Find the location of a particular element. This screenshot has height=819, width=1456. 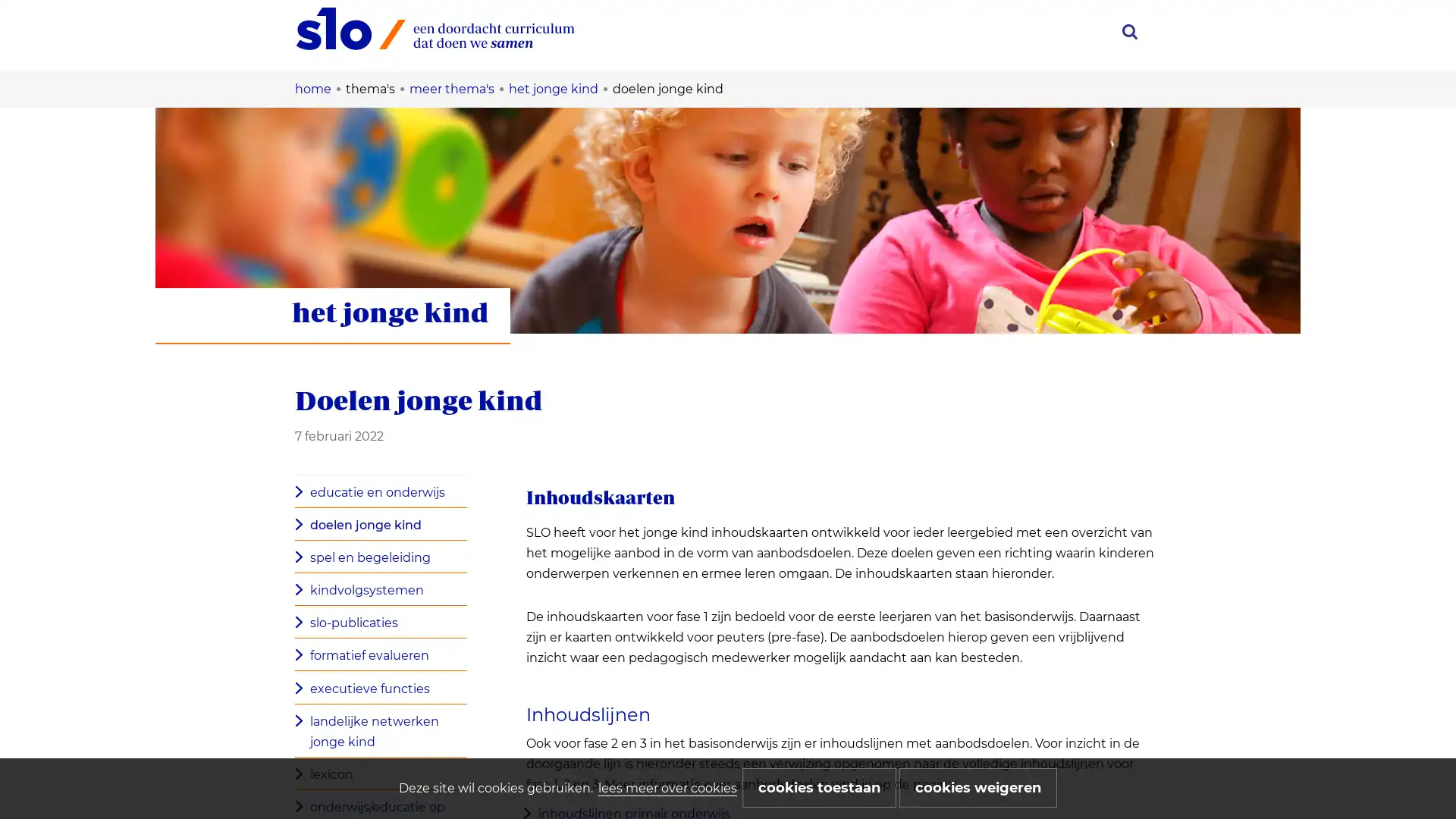

cookies weigeren is located at coordinates (978, 786).